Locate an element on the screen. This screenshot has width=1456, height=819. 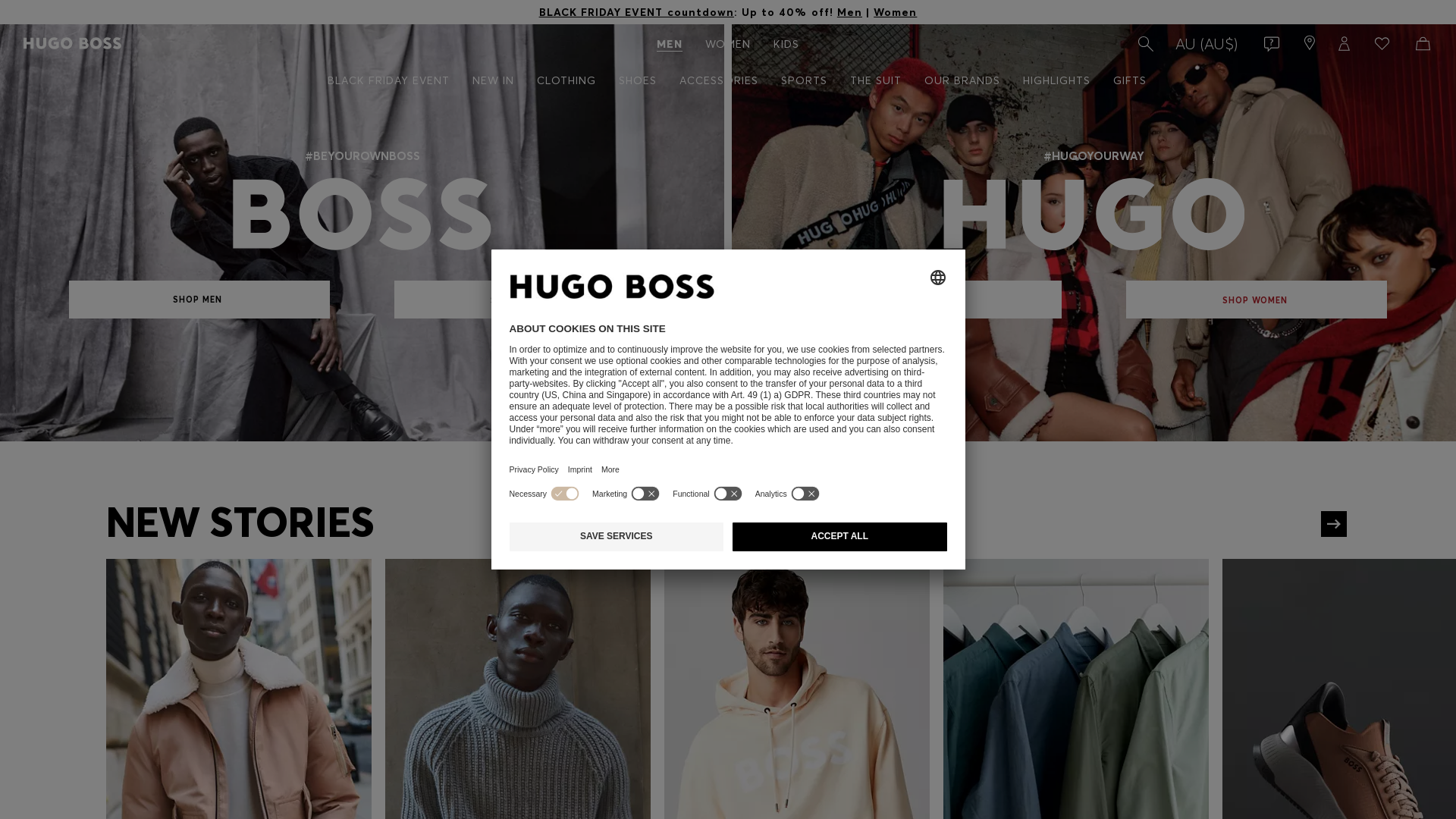
'HIGHLIGHTS' is located at coordinates (1056, 80).